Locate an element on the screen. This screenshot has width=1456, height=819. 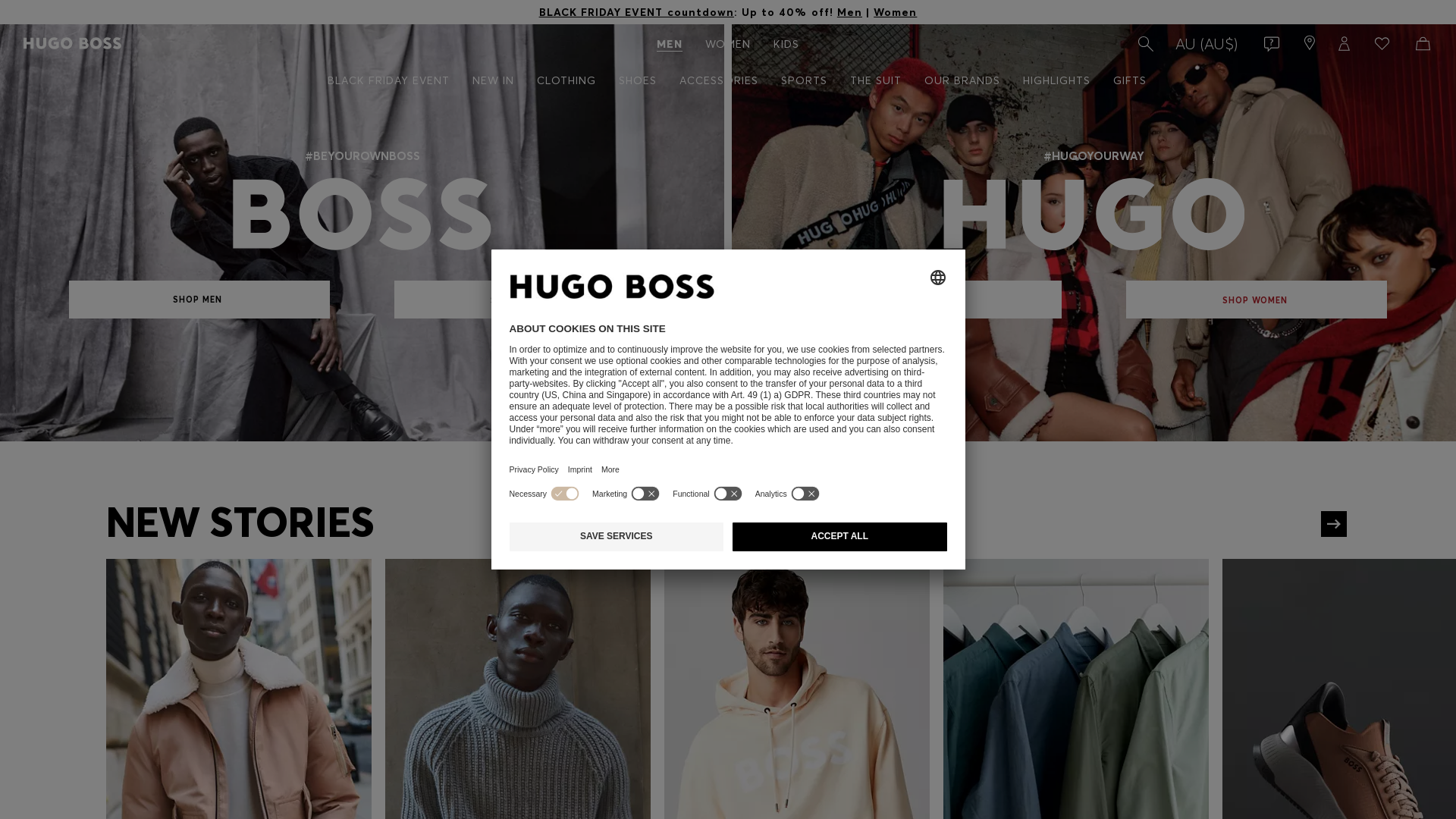
'HIGHLIGHTS' is located at coordinates (1056, 80).